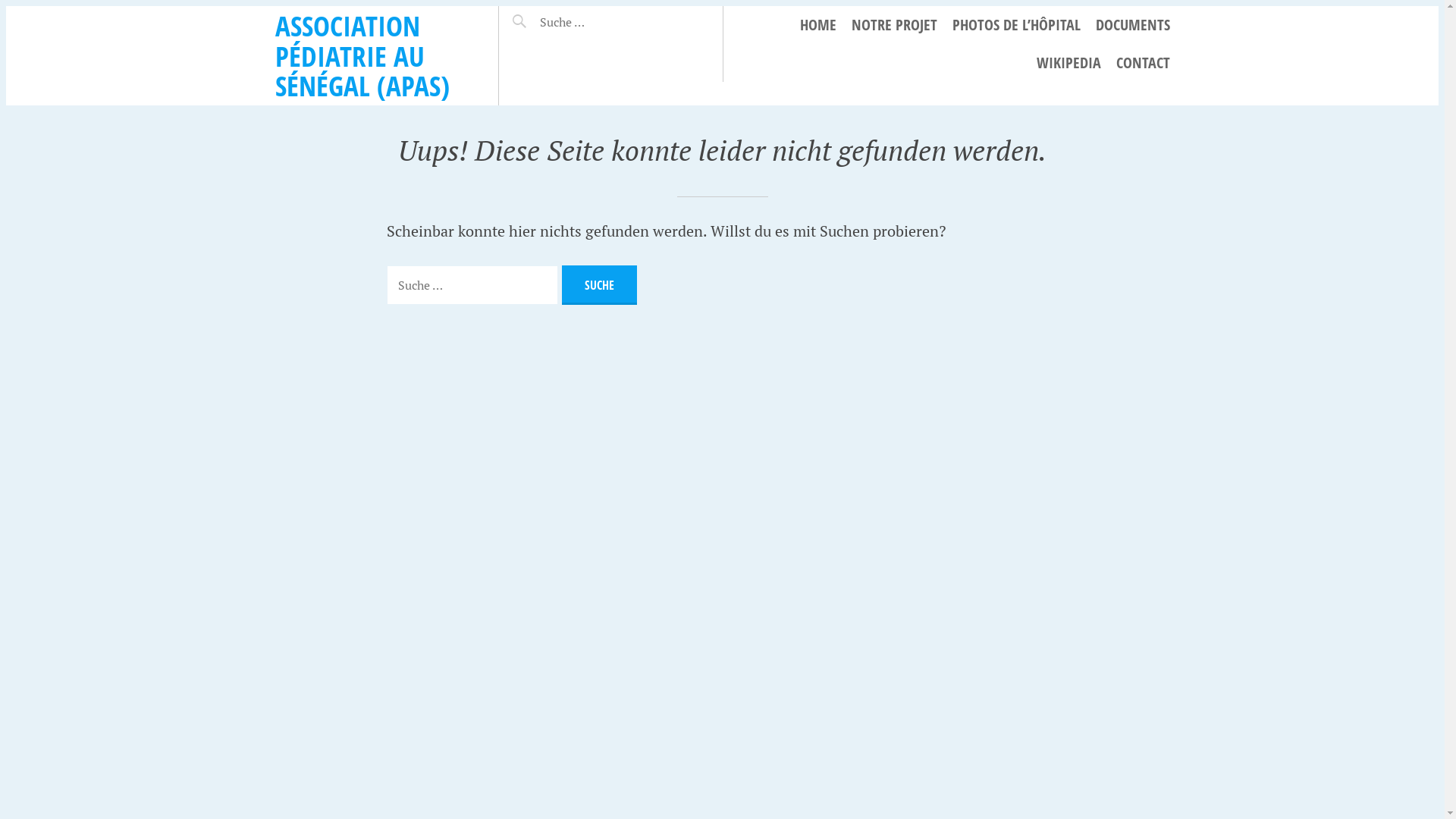 Image resolution: width=1456 pixels, height=819 pixels. I want to click on 'HOME', so click(817, 25).